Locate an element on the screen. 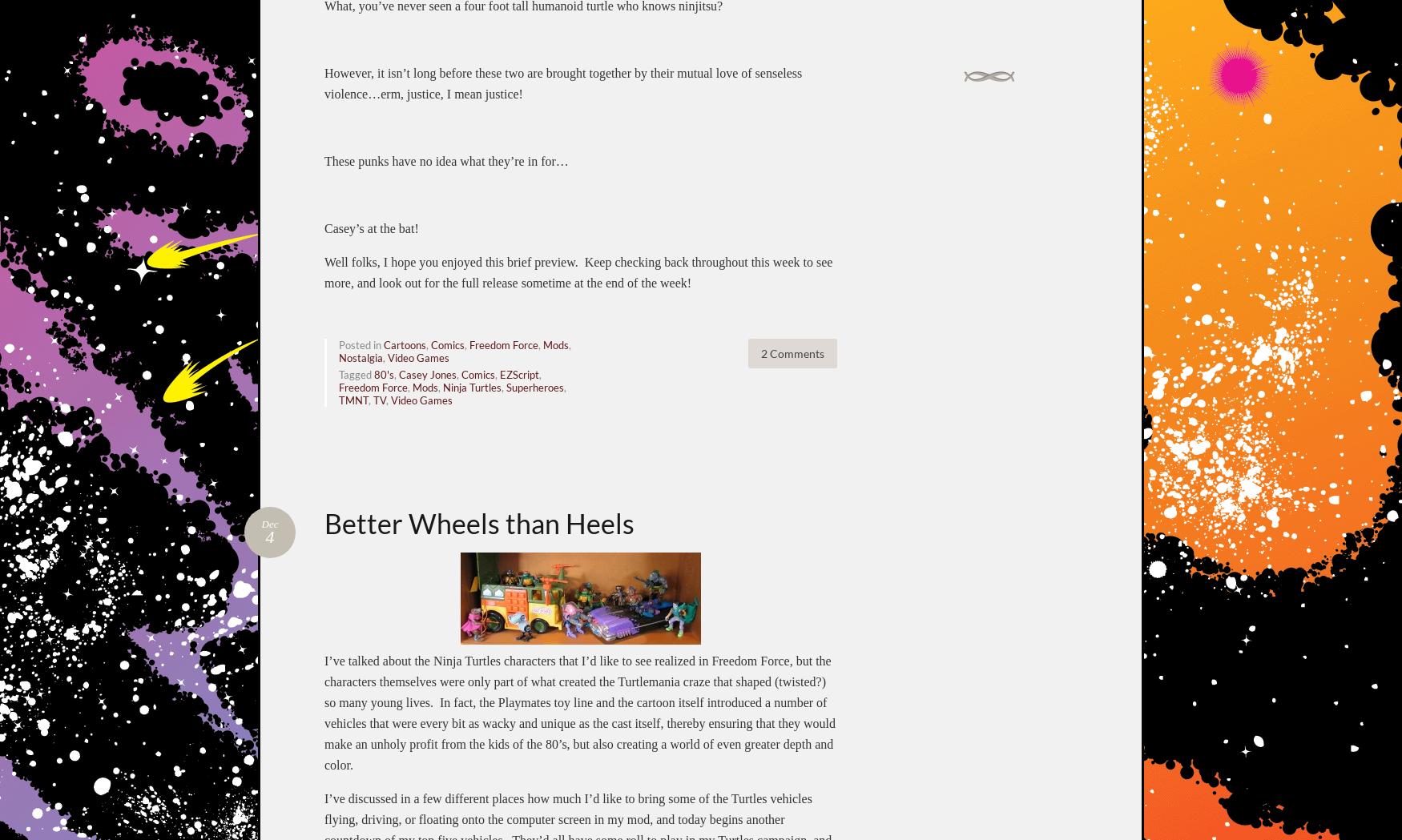 The width and height of the screenshot is (1402, 840). 'TMNT' is located at coordinates (353, 399).